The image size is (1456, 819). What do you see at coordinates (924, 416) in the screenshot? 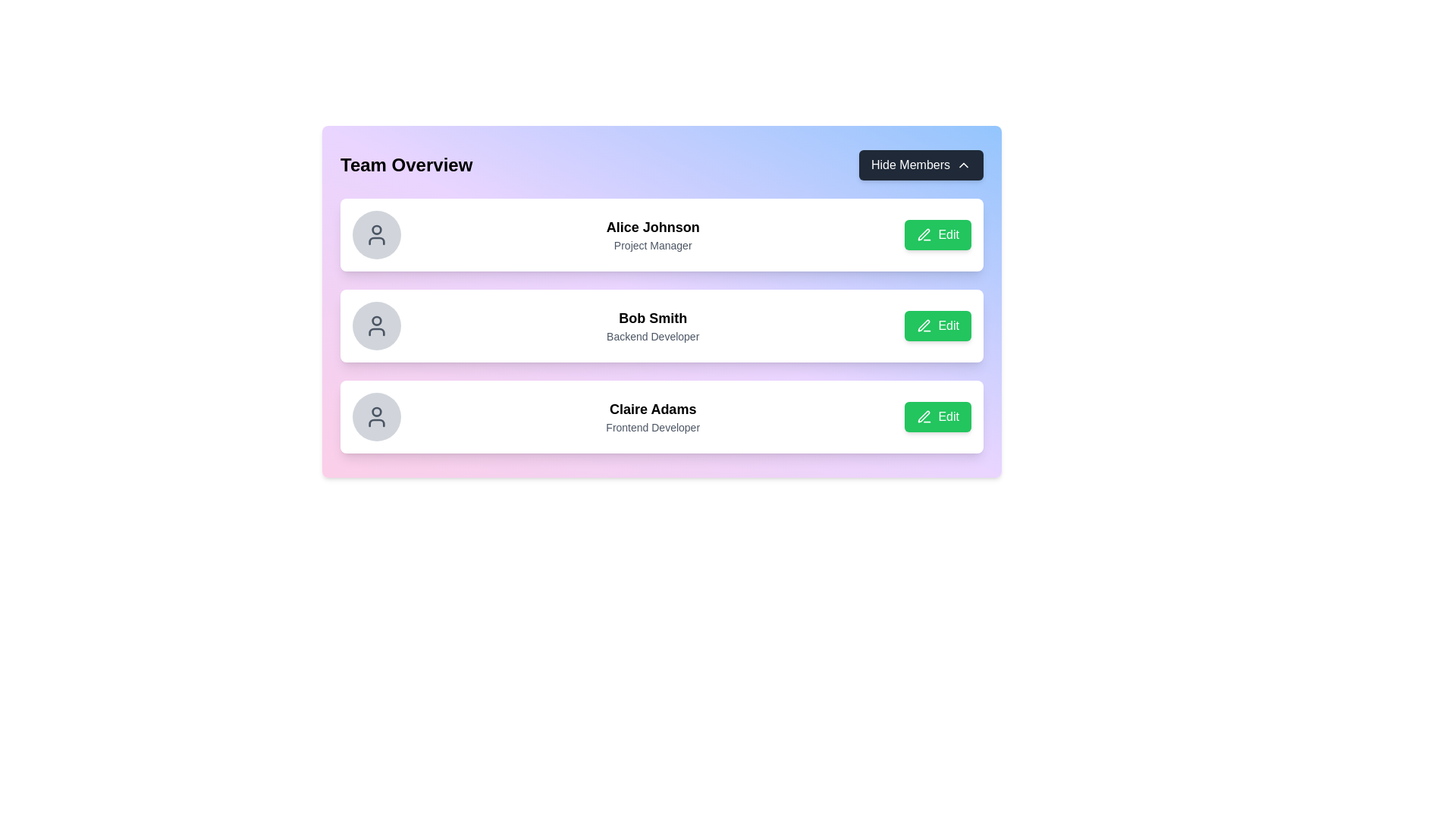
I see `the graphical representation of the editing icon located within the green 'Edit' button for the profile titled 'Claire Adams - Frontend Developer'` at bounding box center [924, 416].